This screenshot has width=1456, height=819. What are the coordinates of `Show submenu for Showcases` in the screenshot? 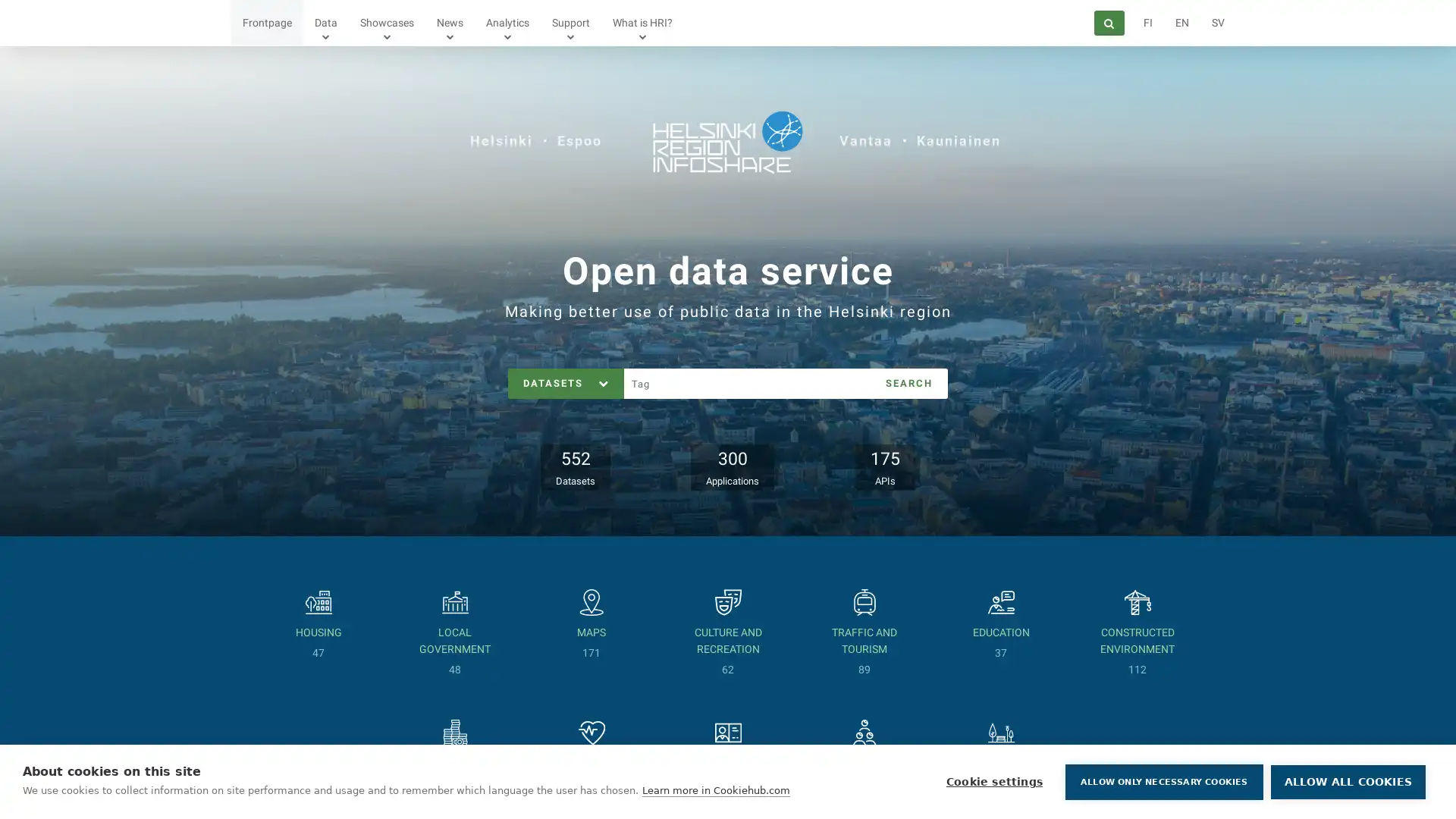 It's located at (387, 30).